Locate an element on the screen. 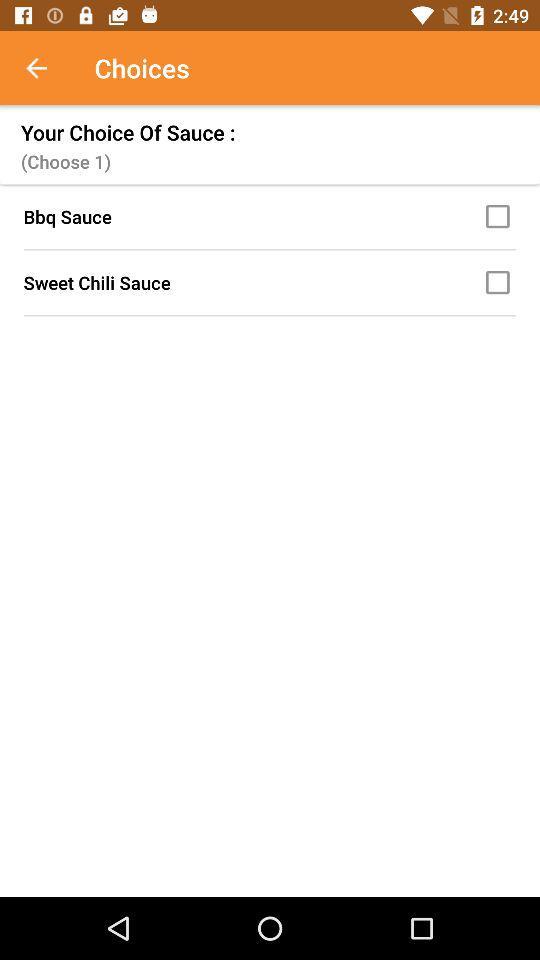 The image size is (540, 960). go back is located at coordinates (47, 68).